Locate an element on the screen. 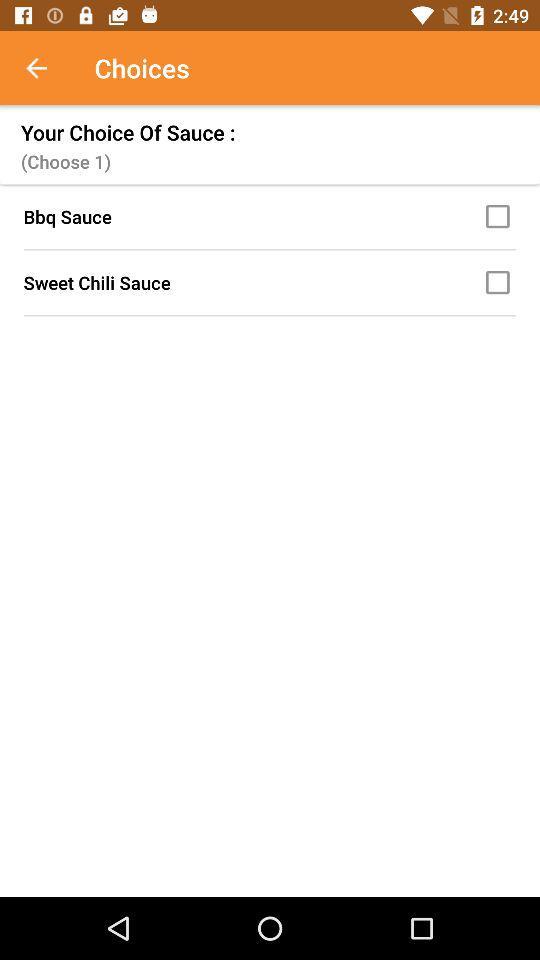 The image size is (540, 960). go back is located at coordinates (47, 68).